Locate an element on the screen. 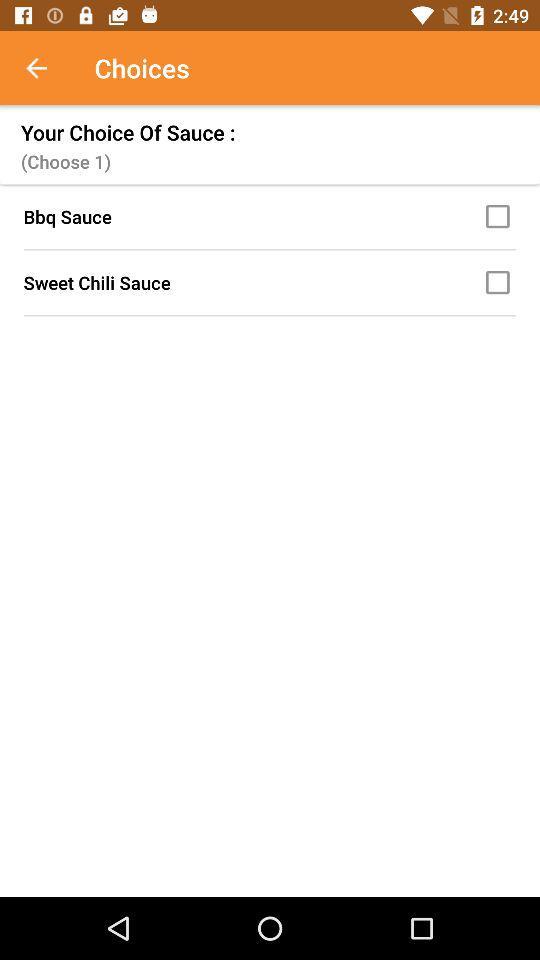 The image size is (540, 960). go back is located at coordinates (47, 68).